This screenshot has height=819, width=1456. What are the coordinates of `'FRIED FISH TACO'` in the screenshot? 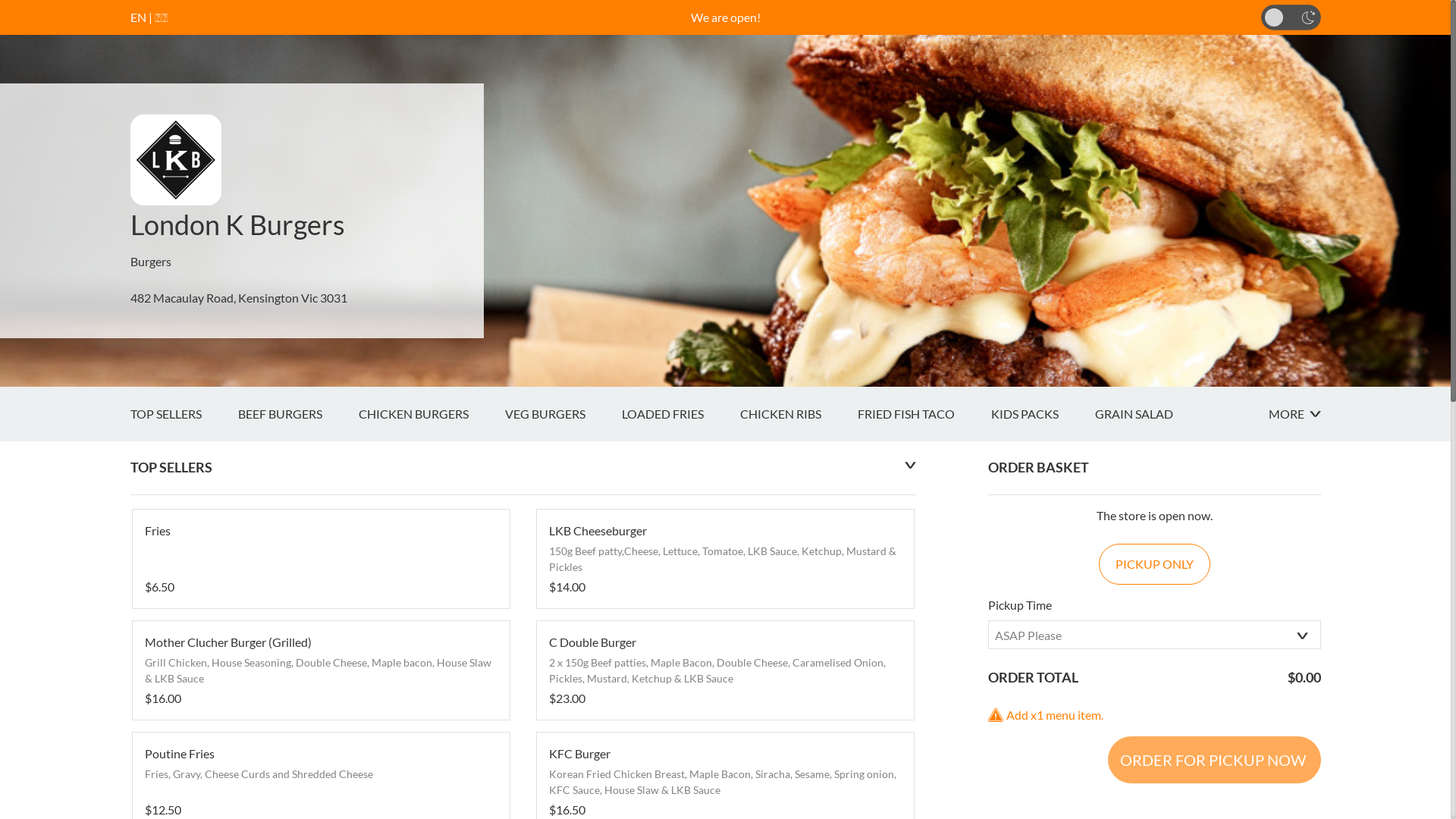 It's located at (923, 414).